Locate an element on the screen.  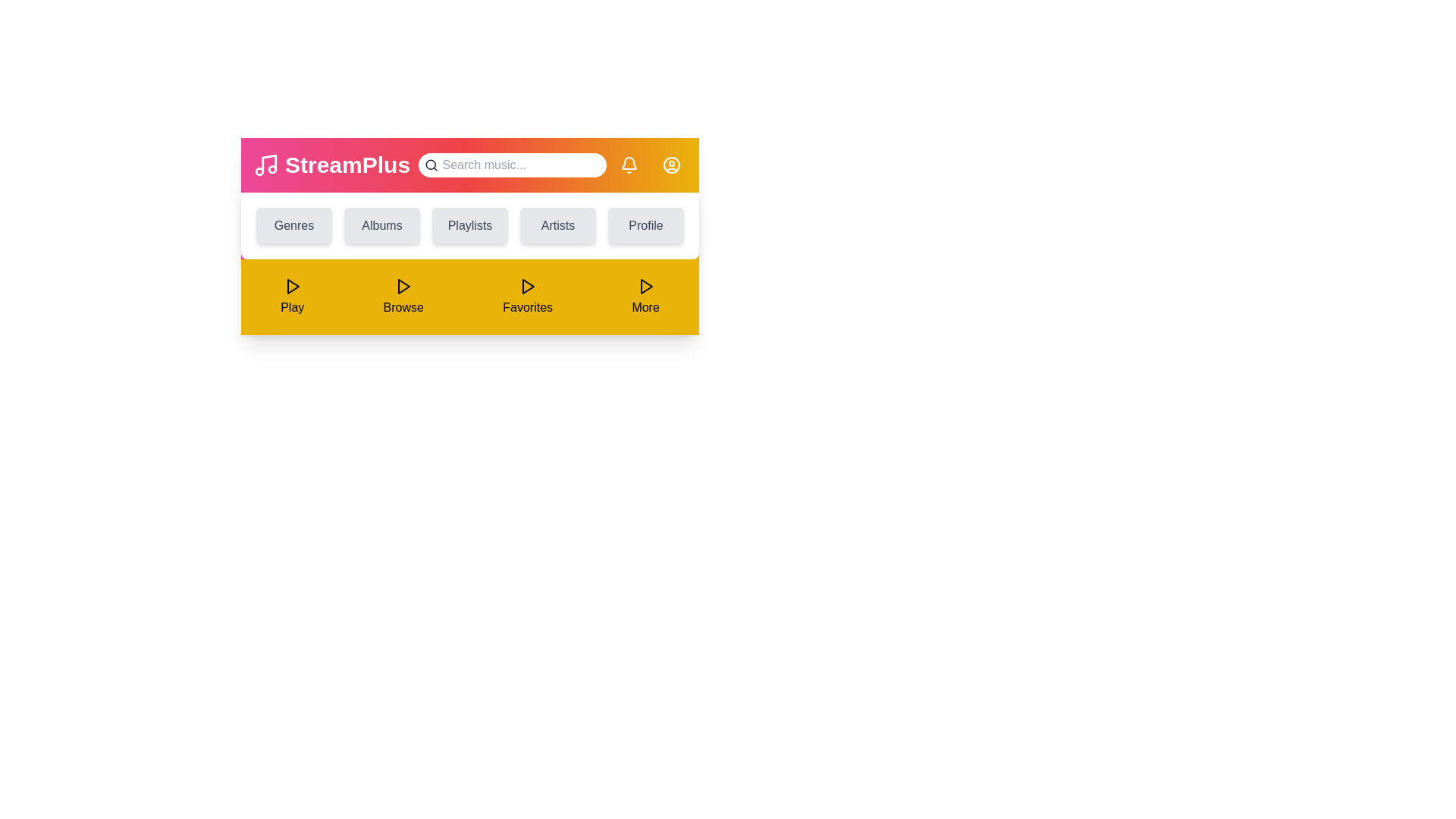
'Albums' button to navigate to the albums section is located at coordinates (382, 225).